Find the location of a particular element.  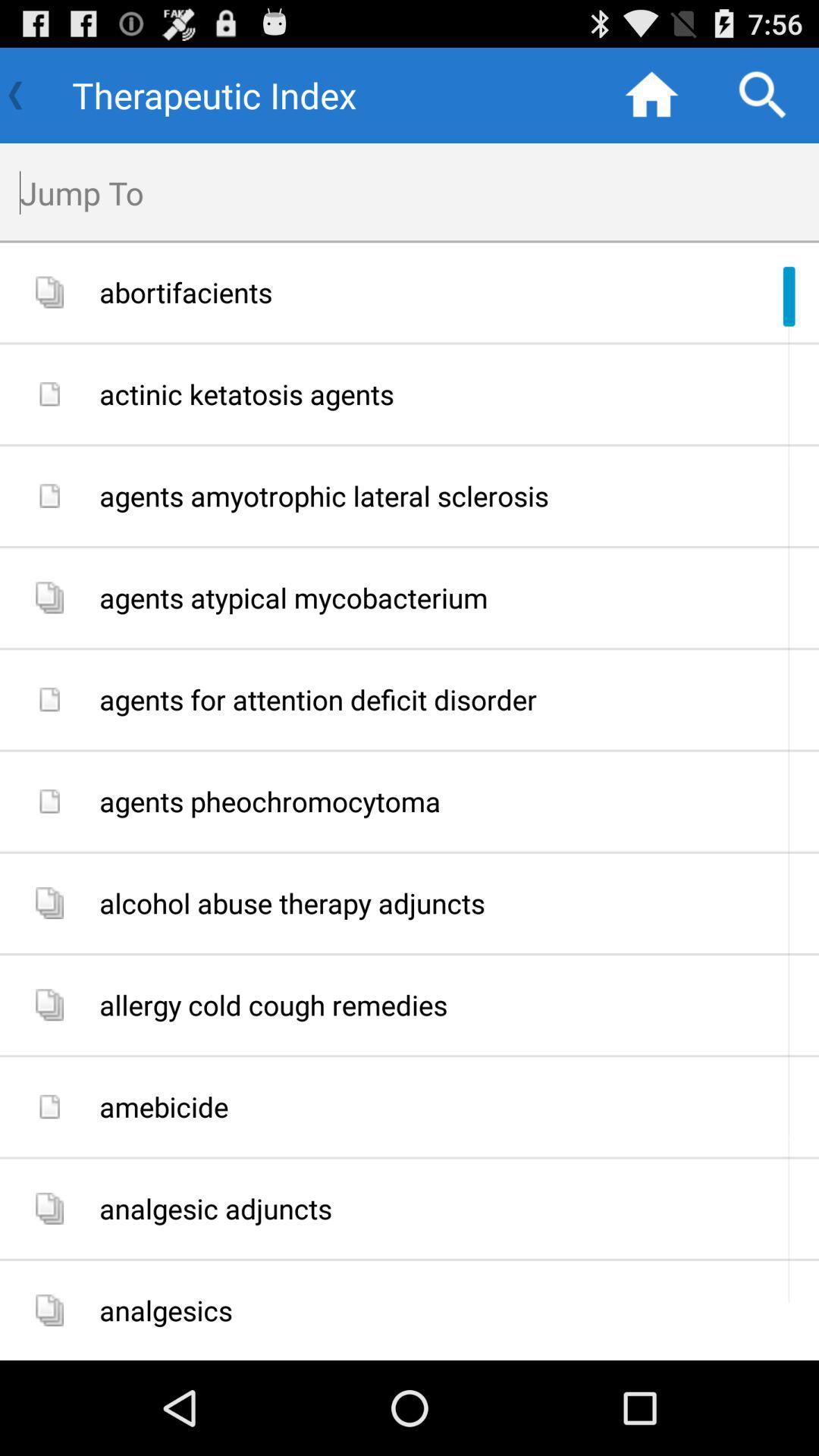

the icon above allergy cold cough app is located at coordinates (453, 903).